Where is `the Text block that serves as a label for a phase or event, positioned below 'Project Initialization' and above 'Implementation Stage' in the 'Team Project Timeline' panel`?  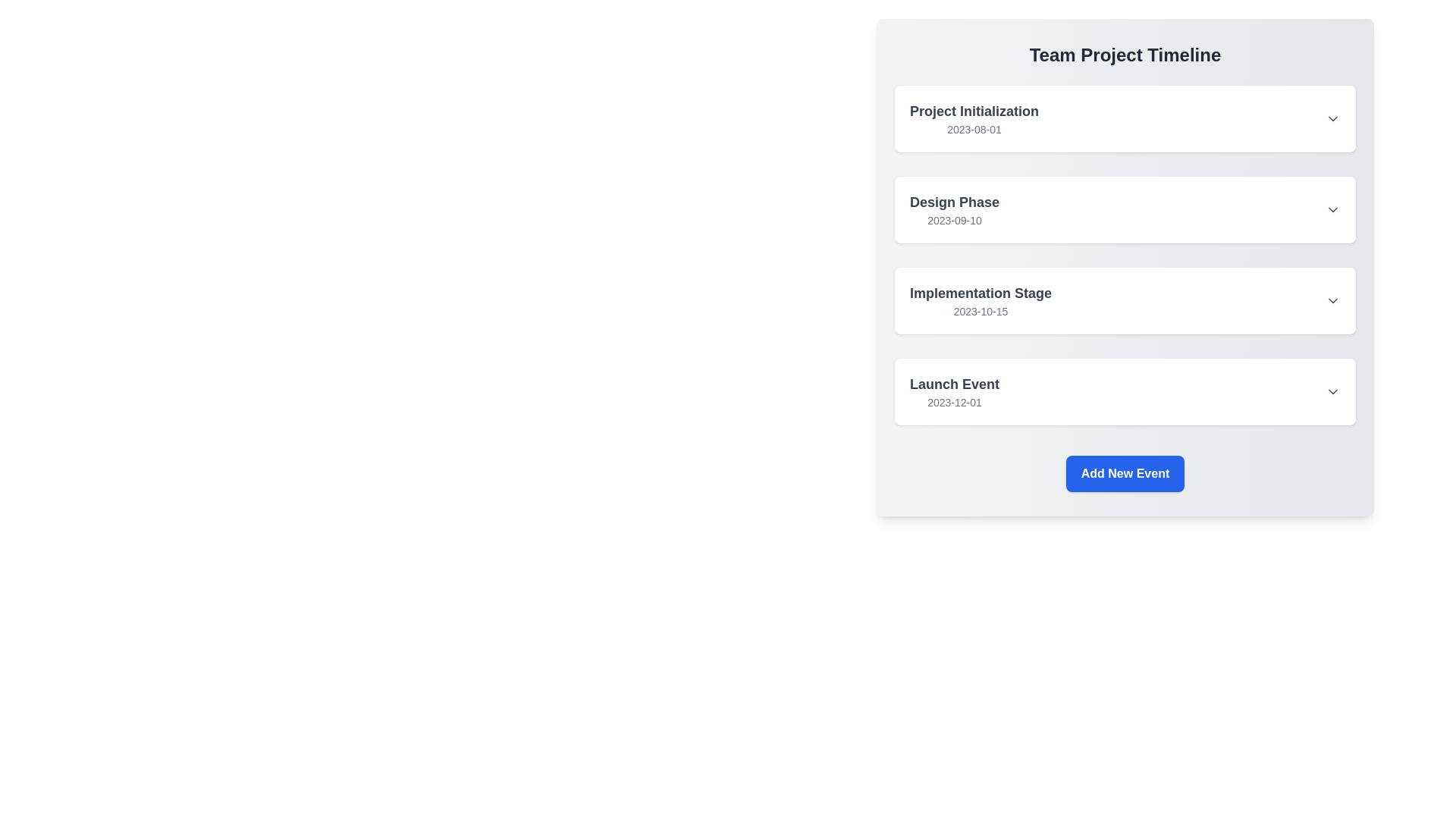
the Text block that serves as a label for a phase or event, positioned below 'Project Initialization' and above 'Implementation Stage' in the 'Team Project Timeline' panel is located at coordinates (953, 210).